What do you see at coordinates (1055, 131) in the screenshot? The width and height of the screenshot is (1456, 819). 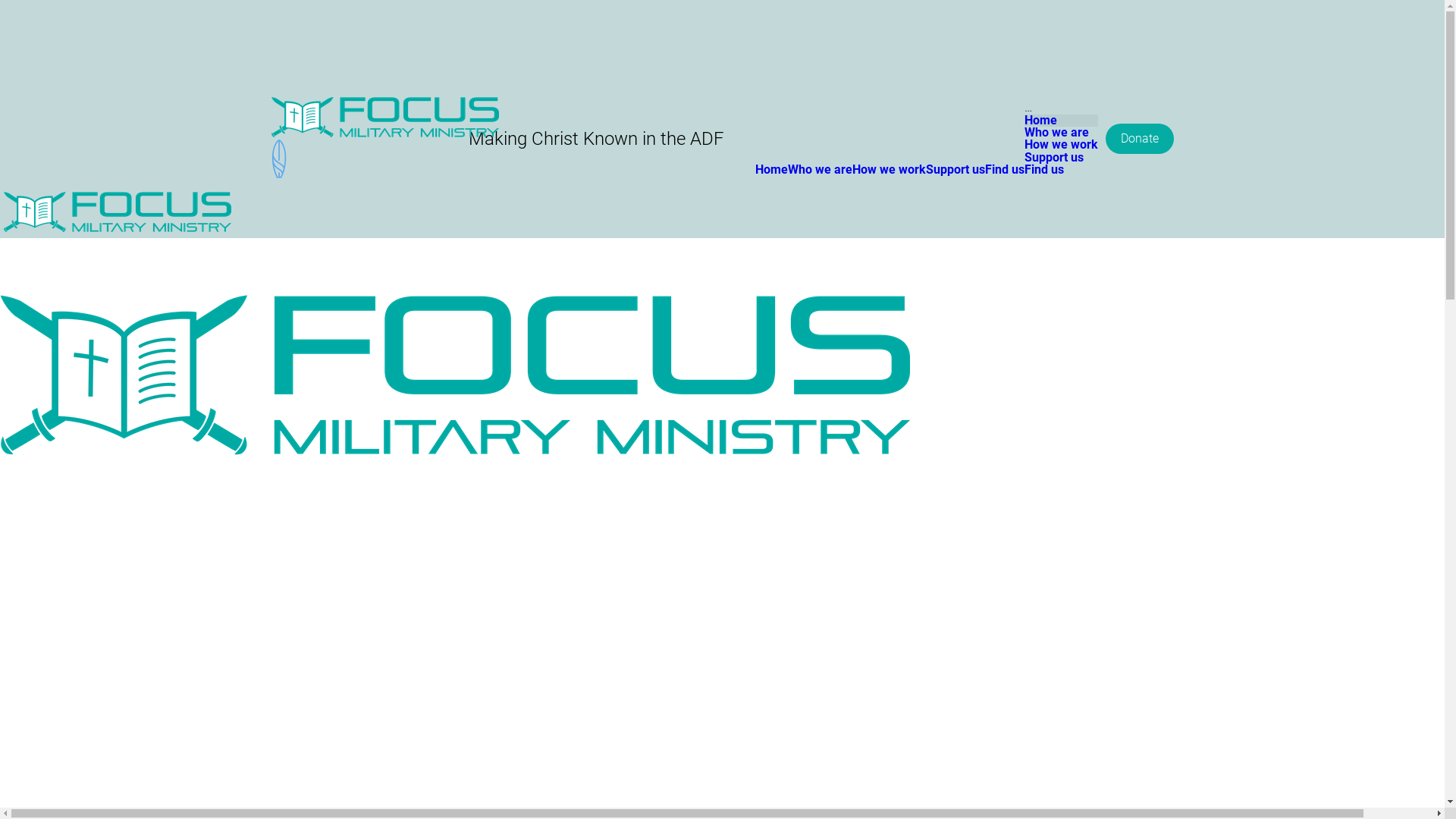 I see `'Who we are'` at bounding box center [1055, 131].